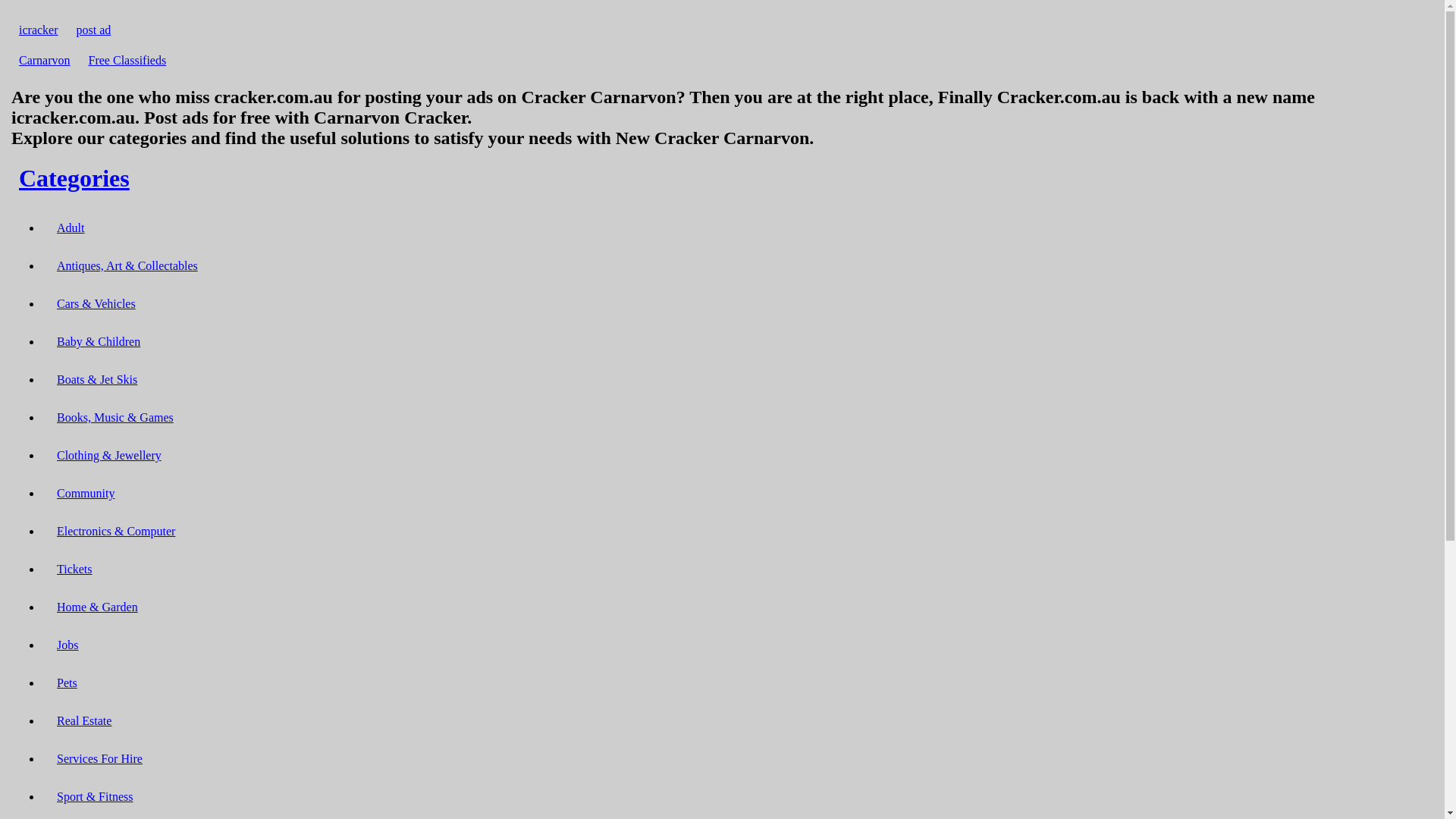 The image size is (1456, 819). What do you see at coordinates (95, 303) in the screenshot?
I see `'Cars & Vehicles'` at bounding box center [95, 303].